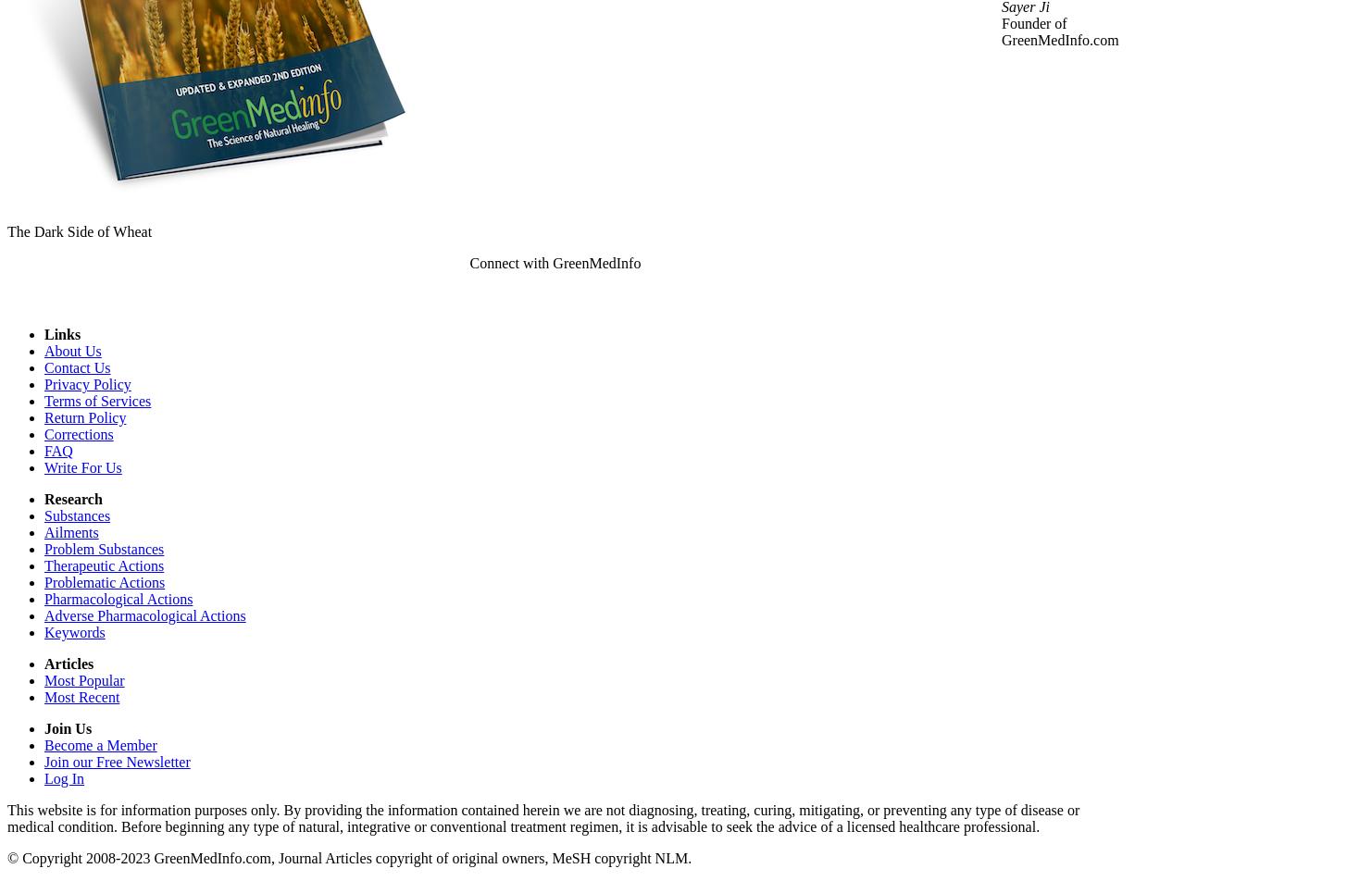  What do you see at coordinates (44, 761) in the screenshot?
I see `'Join our Free Newsletter'` at bounding box center [44, 761].